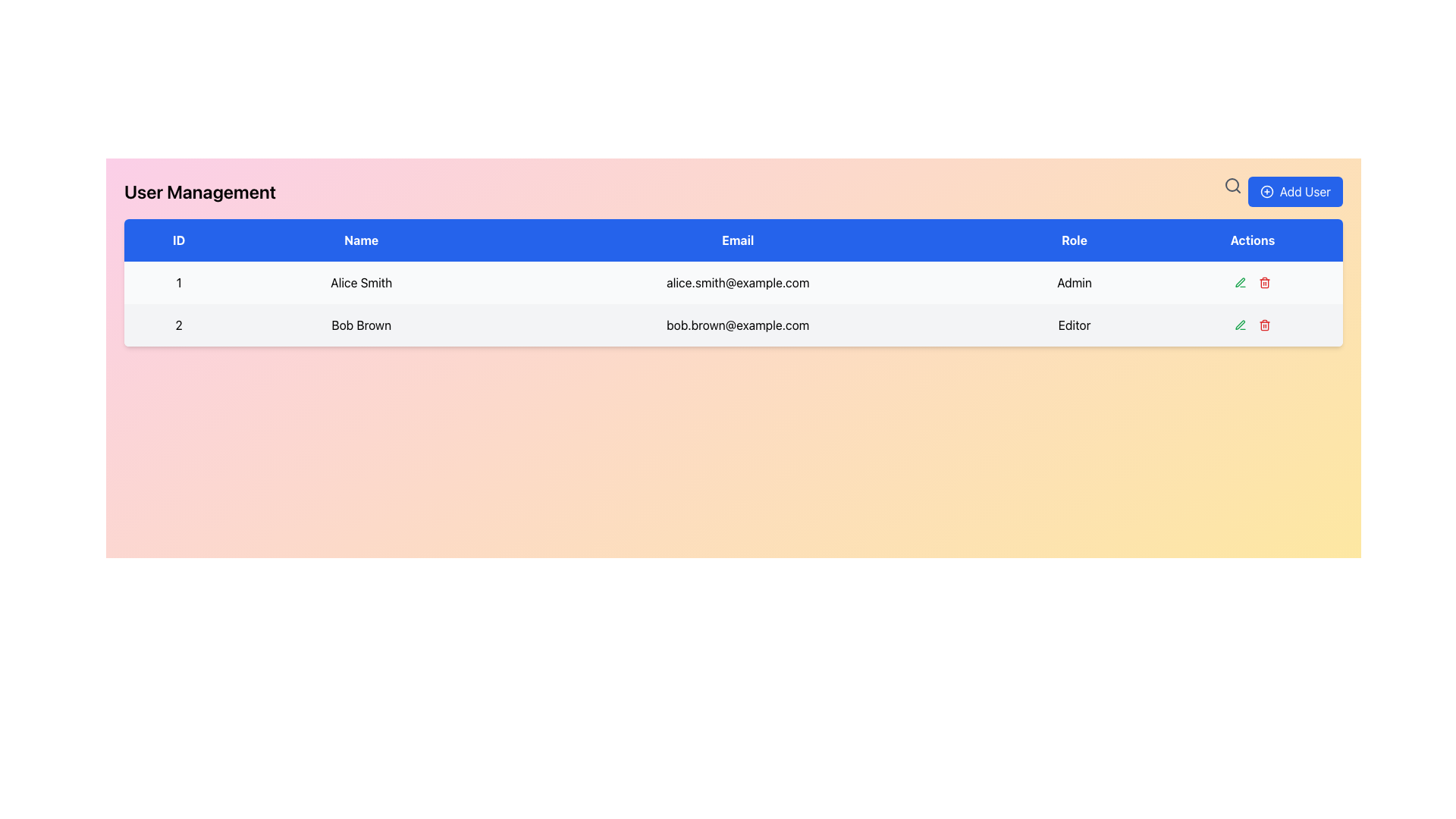  What do you see at coordinates (1232, 185) in the screenshot?
I see `the magnifying glass icon button, which is styled in minimalistic line art design and located to the left of the 'Add User' button in the top-right corner of the interface` at bounding box center [1232, 185].